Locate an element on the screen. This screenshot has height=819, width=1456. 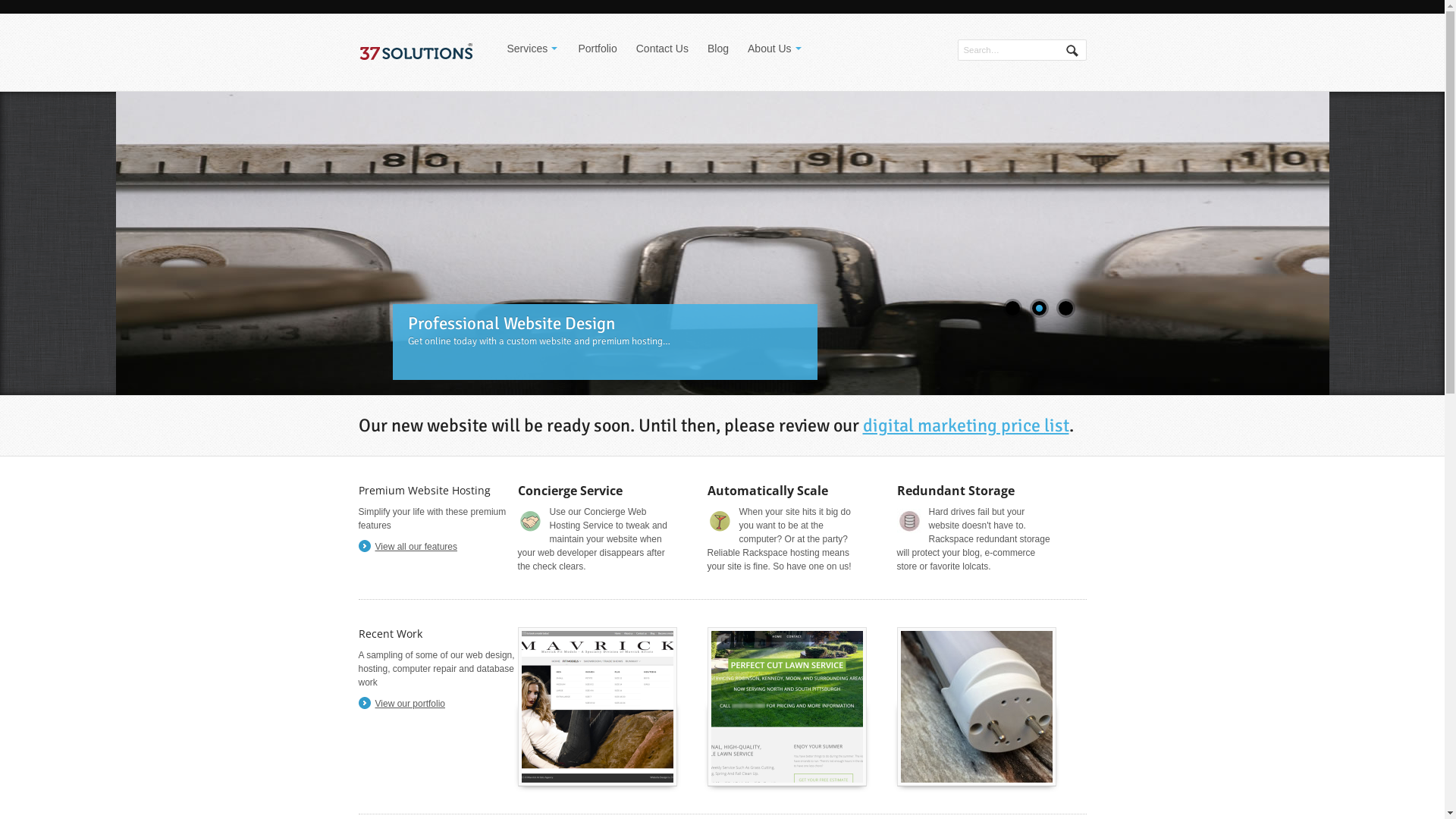
'Concierge Service' is located at coordinates (517, 491).